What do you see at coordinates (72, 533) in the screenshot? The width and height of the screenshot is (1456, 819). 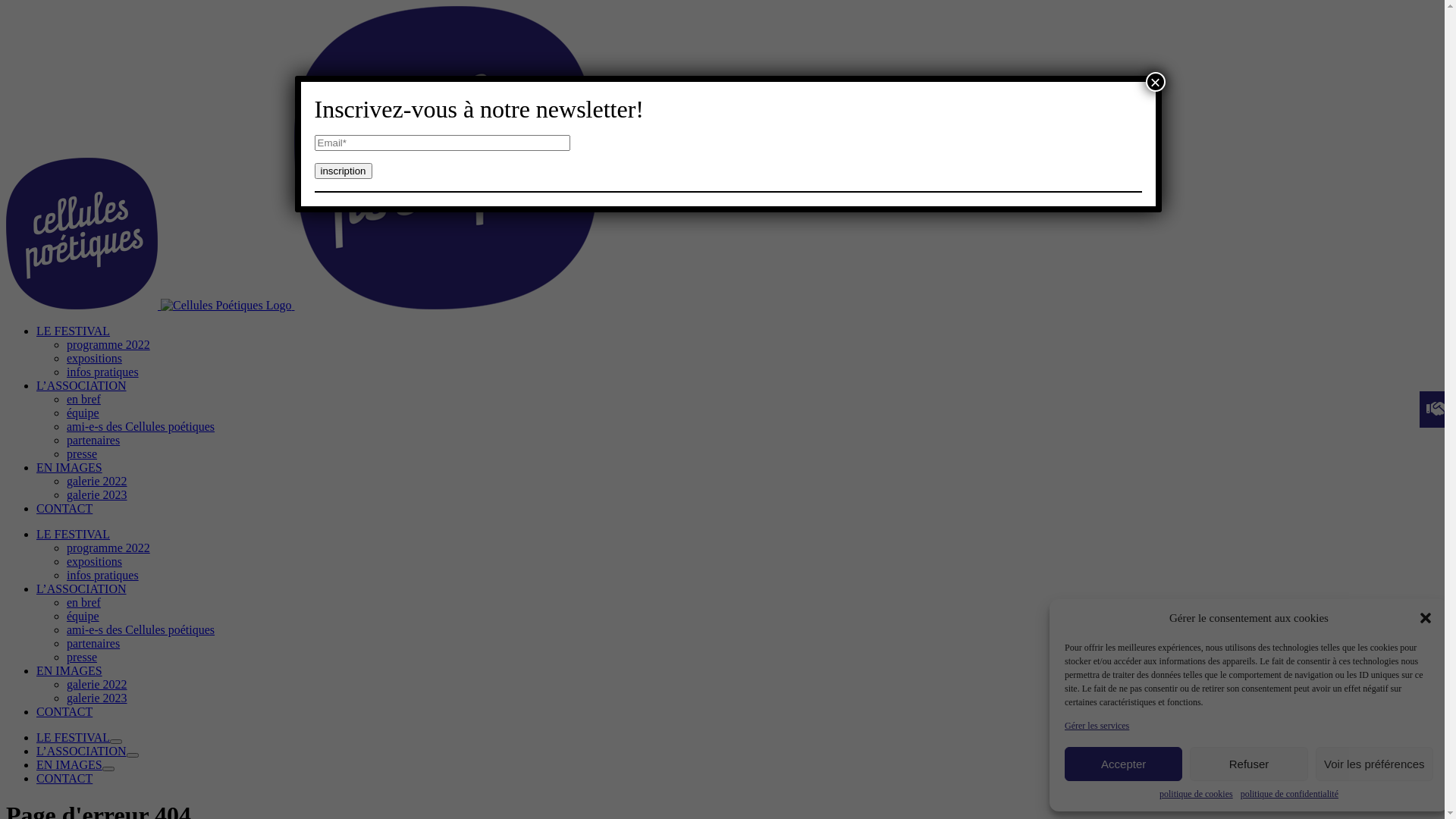 I see `'LE FESTIVAL'` at bounding box center [72, 533].